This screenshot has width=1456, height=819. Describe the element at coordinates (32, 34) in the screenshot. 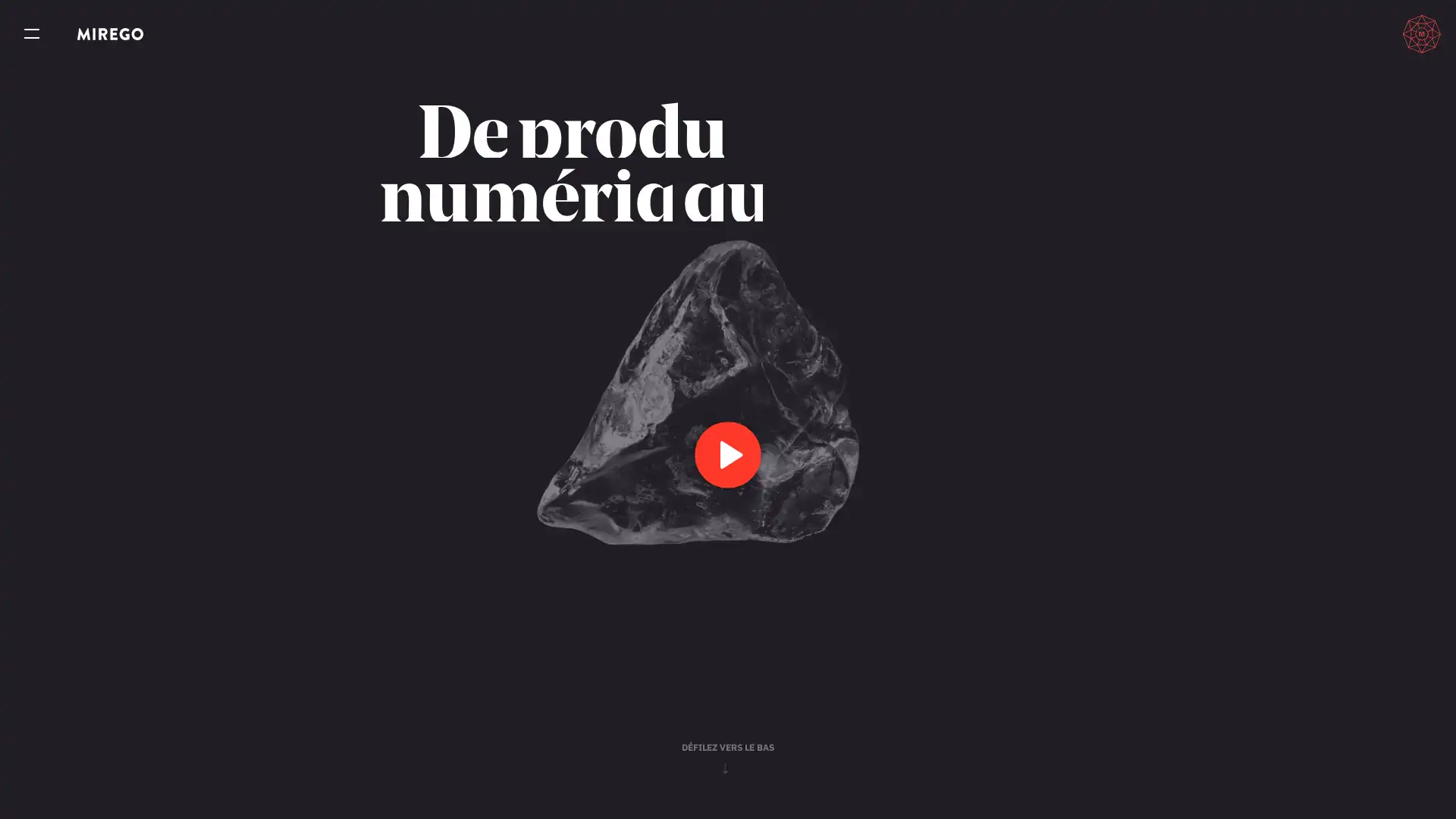

I see `Voir la navigation` at that location.